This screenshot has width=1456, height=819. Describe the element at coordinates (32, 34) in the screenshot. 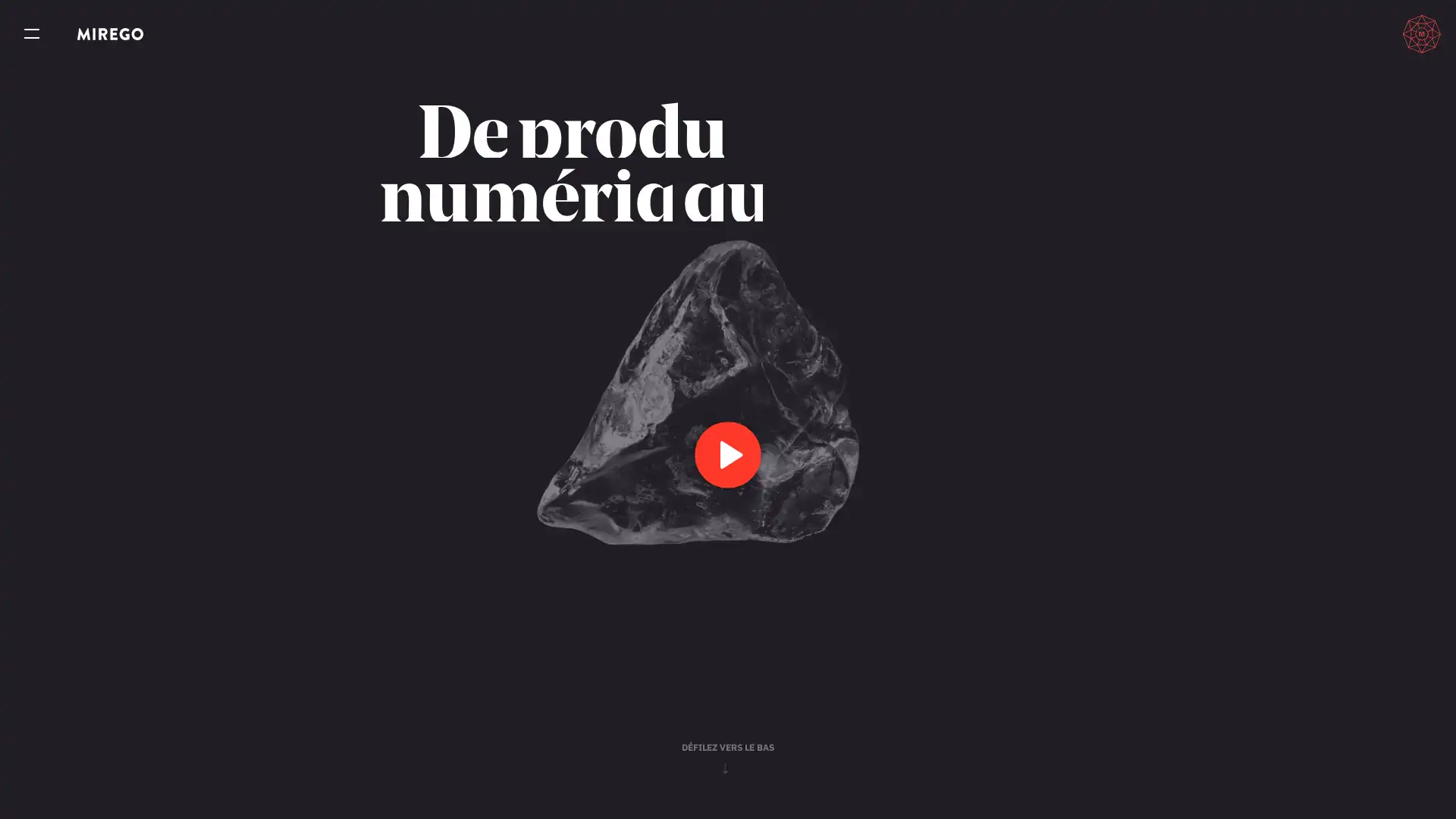

I see `Voir la navigation` at that location.